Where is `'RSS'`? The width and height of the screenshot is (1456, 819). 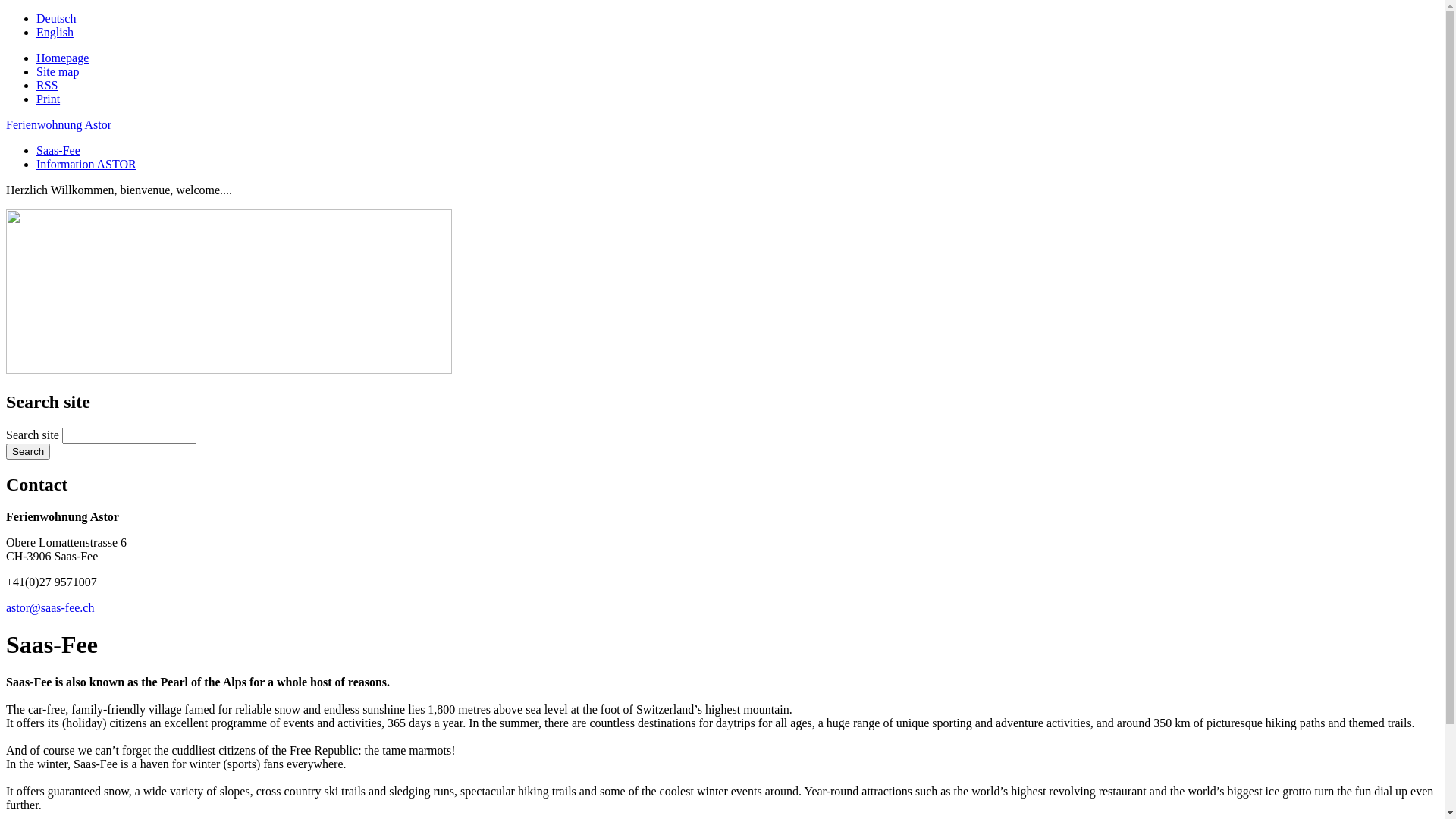 'RSS' is located at coordinates (47, 85).